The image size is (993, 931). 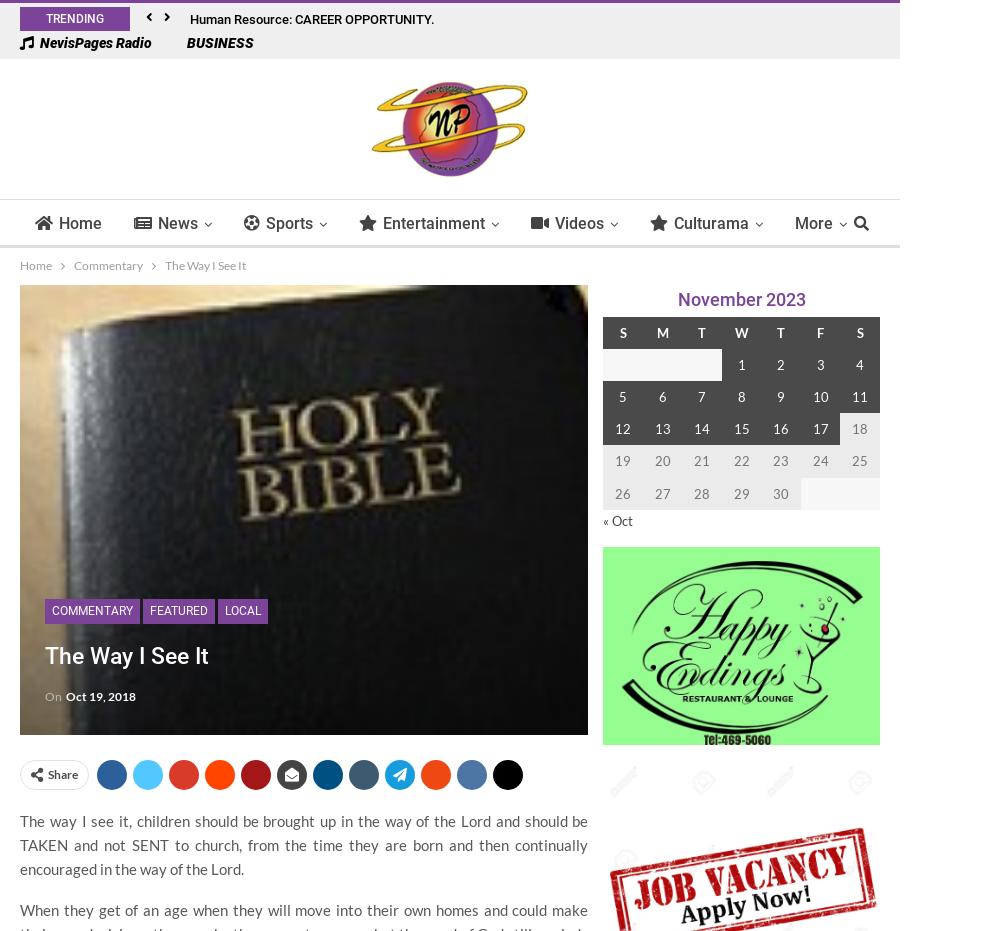 I want to click on '28', so click(x=700, y=492).